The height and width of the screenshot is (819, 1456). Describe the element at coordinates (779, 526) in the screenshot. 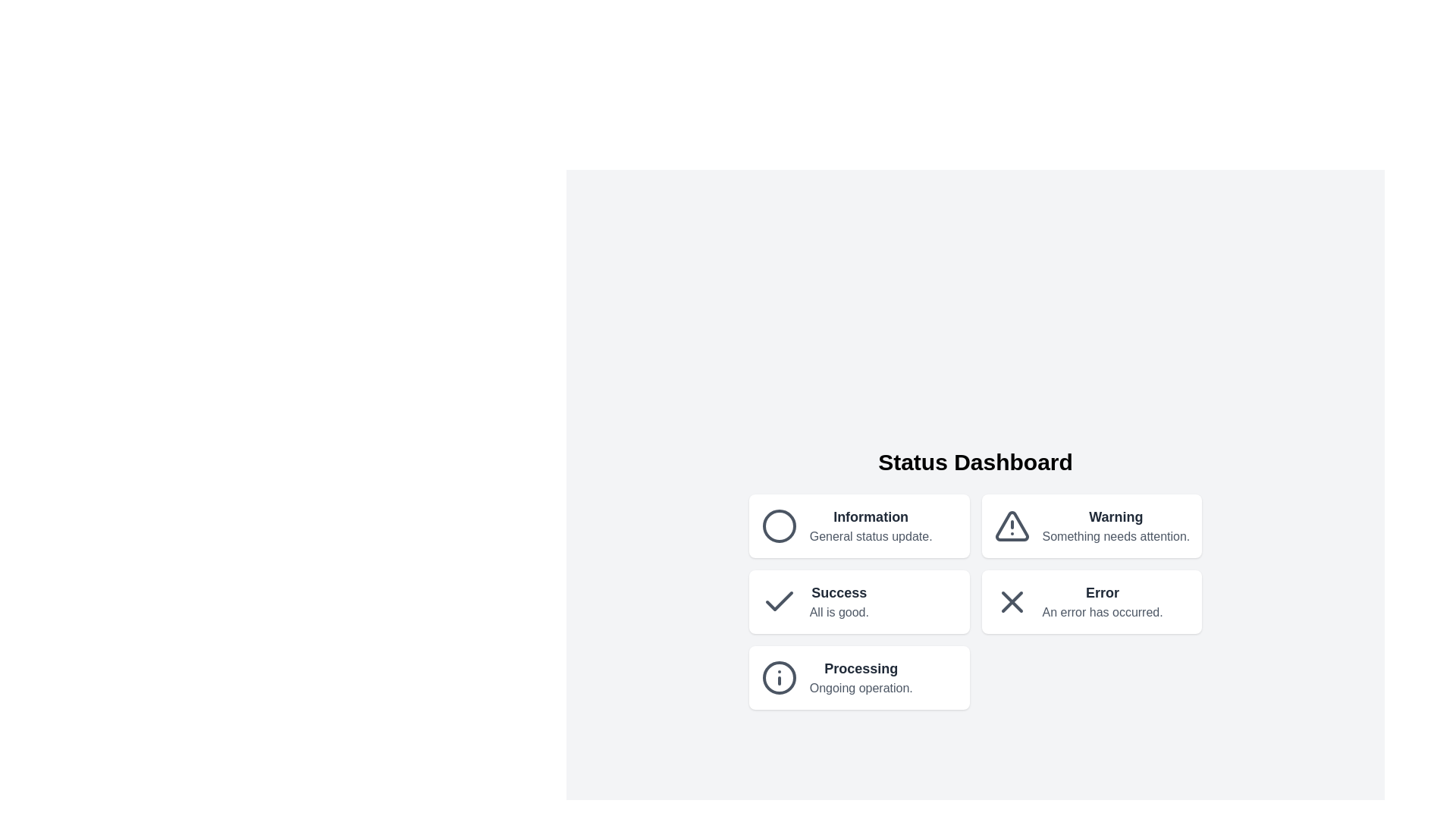

I see `the decorative inner circle of the 'Information' status graphic element located in the top-left tile of the 'Status Dashboard'` at that location.